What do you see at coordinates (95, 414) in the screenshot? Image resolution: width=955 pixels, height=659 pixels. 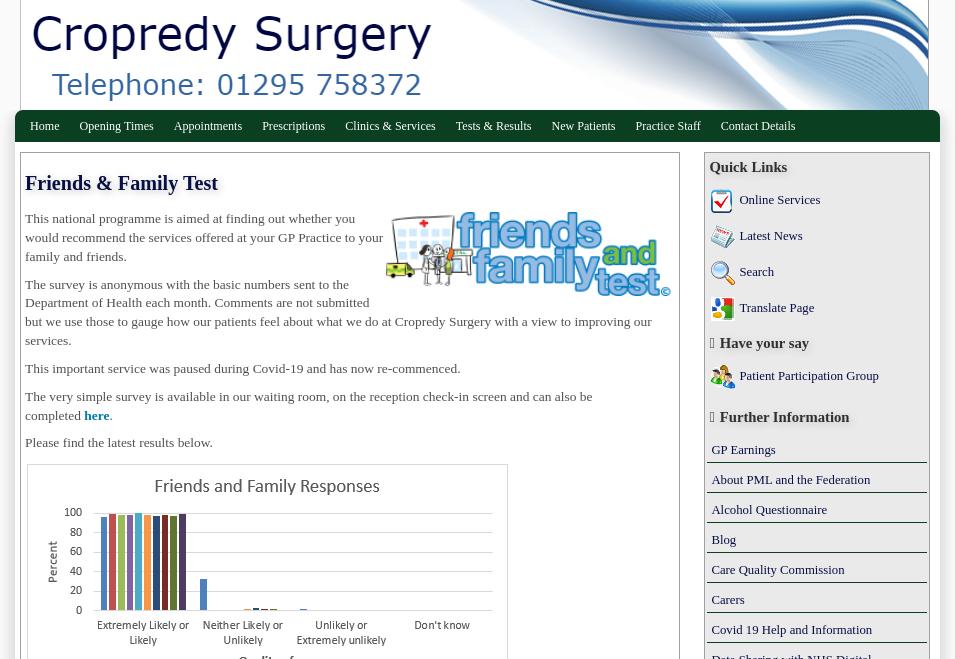 I see `'here'` at bounding box center [95, 414].